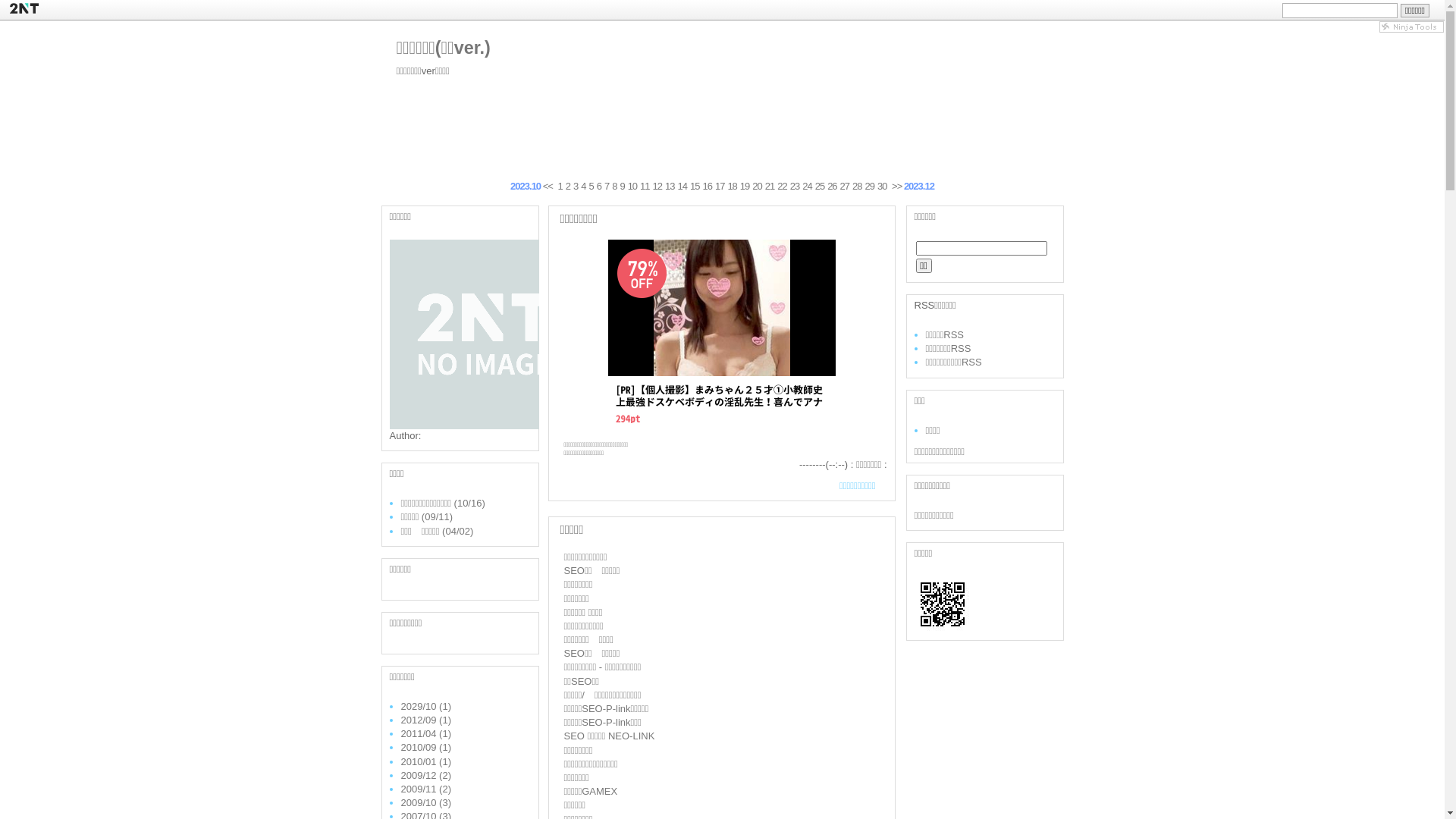 This screenshot has width=1456, height=819. I want to click on '2012/09 (1)', so click(425, 719).